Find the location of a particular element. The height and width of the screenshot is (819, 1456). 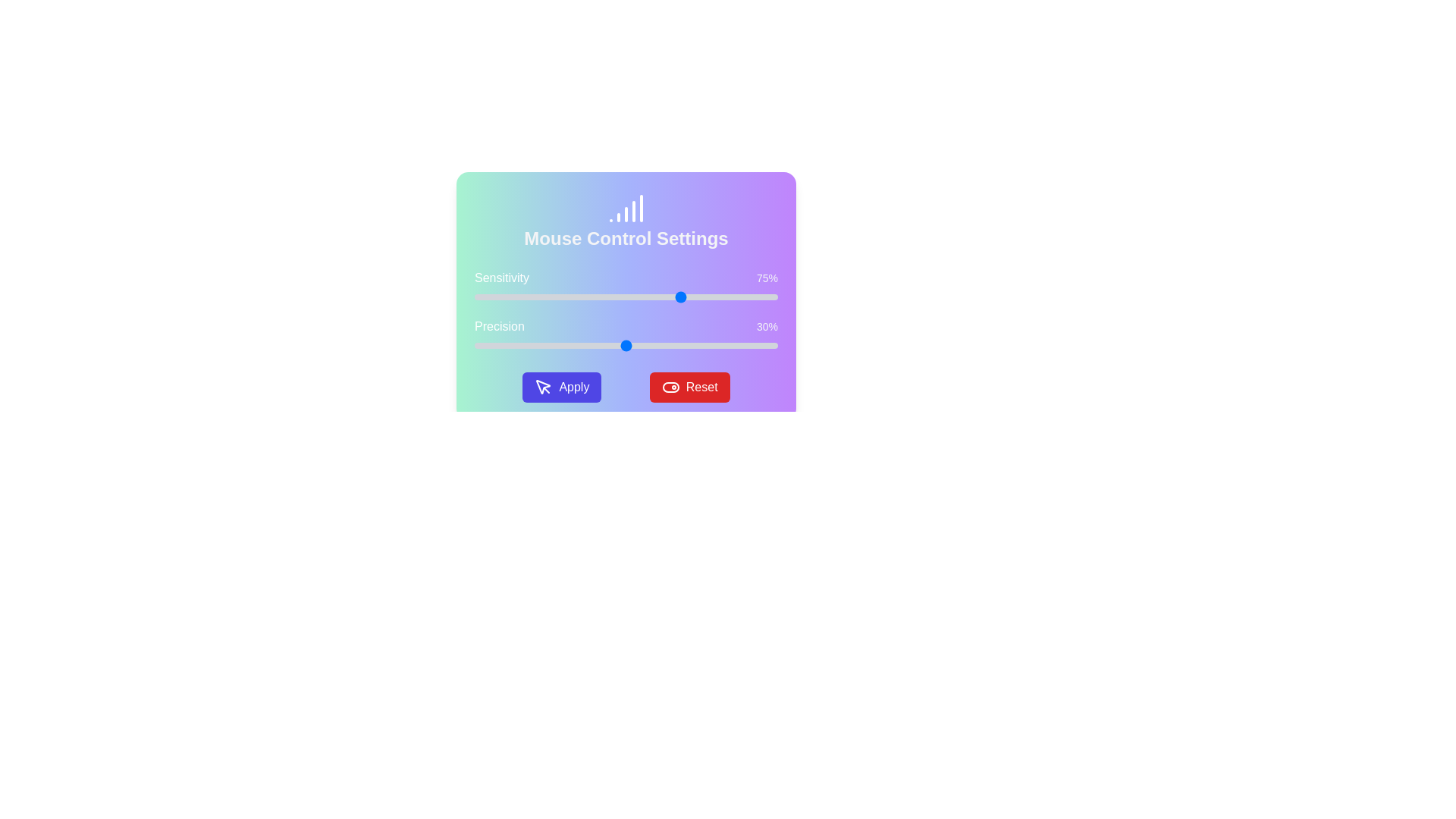

the precision is located at coordinates (528, 345).